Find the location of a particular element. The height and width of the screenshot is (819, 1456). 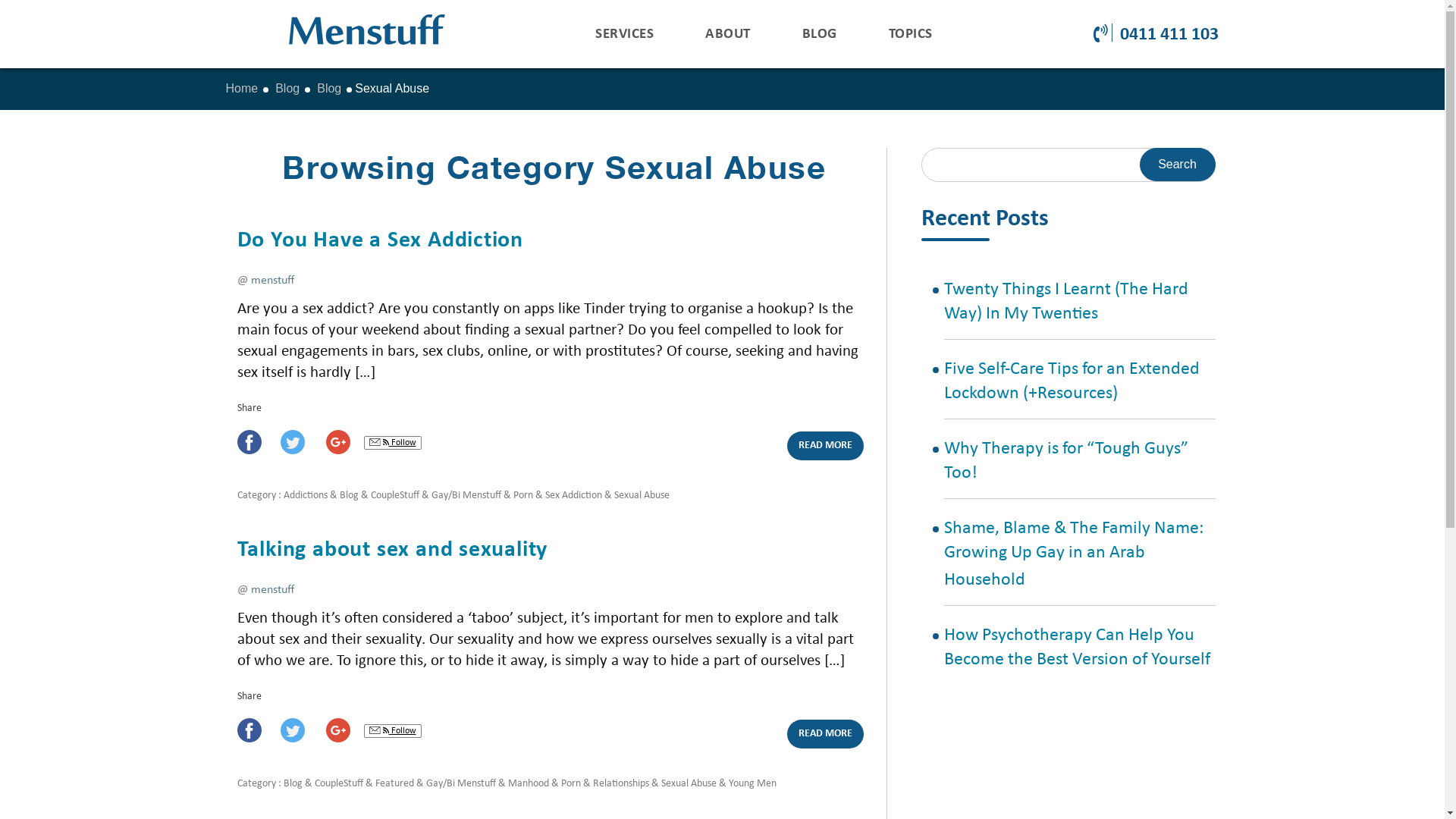

'Talking about sex and sexuality' is located at coordinates (392, 550).